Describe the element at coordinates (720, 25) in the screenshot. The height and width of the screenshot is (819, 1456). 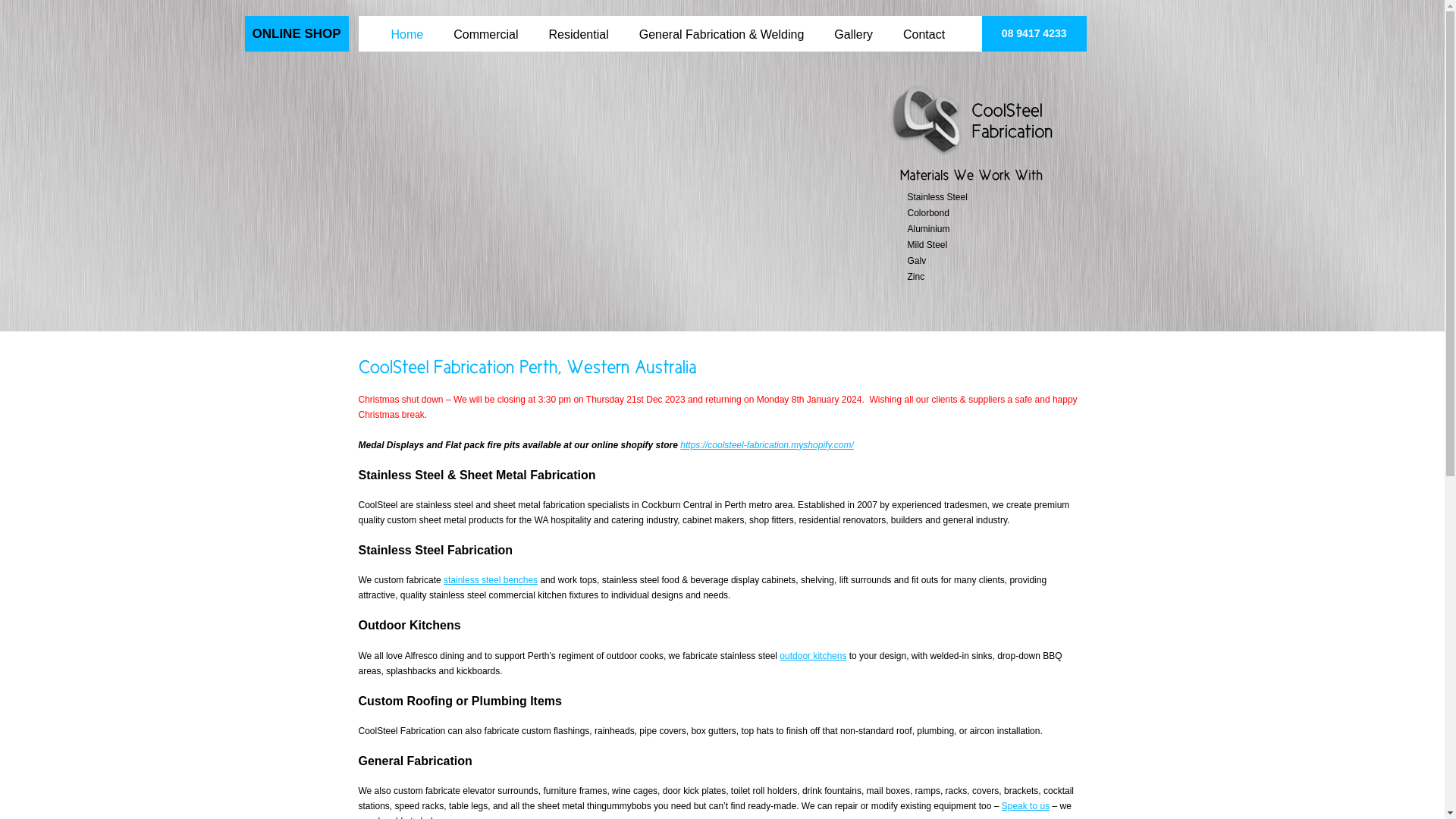
I see `'General Fabrication & Welding'` at that location.